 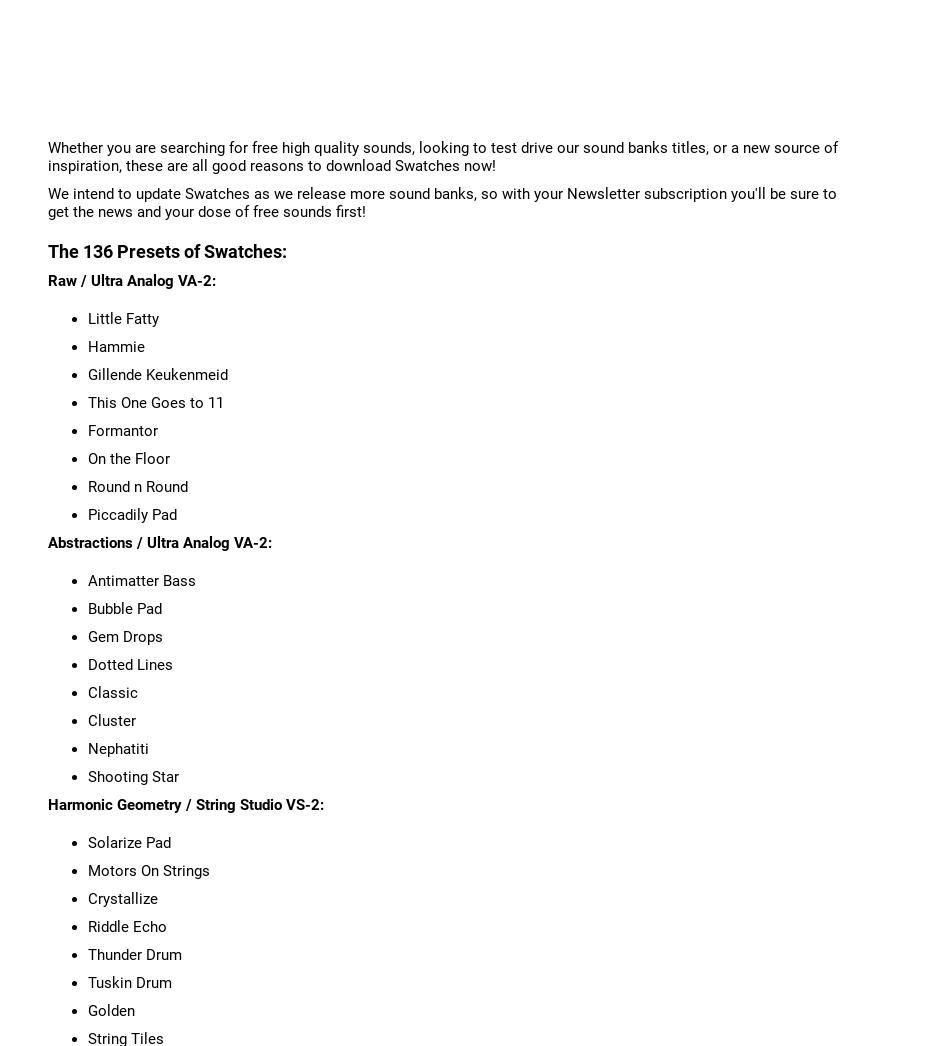 What do you see at coordinates (121, 897) in the screenshot?
I see `'Crystallize'` at bounding box center [121, 897].